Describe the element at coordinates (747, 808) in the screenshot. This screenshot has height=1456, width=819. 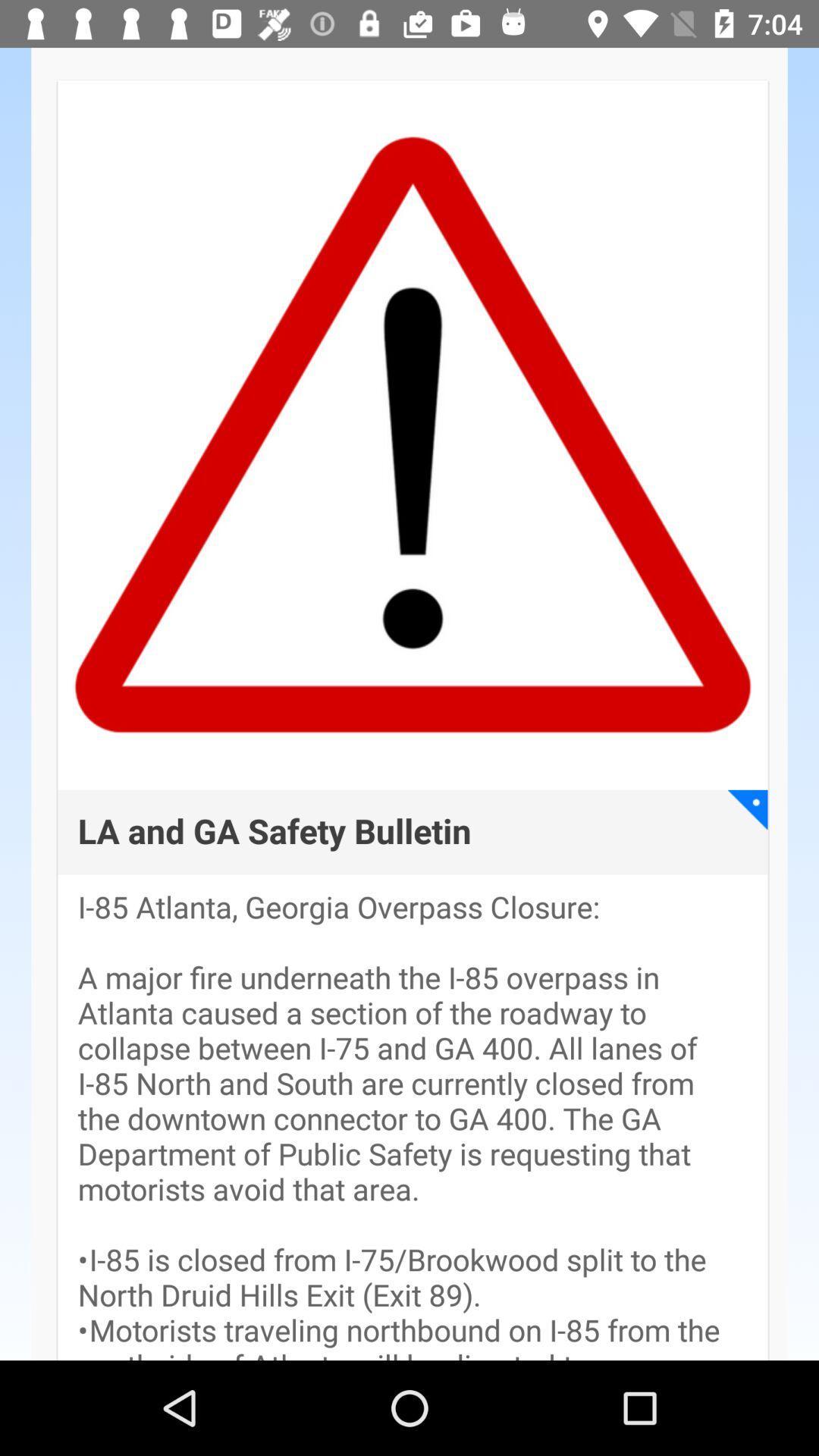
I see `app above i 85 atlanta icon` at that location.